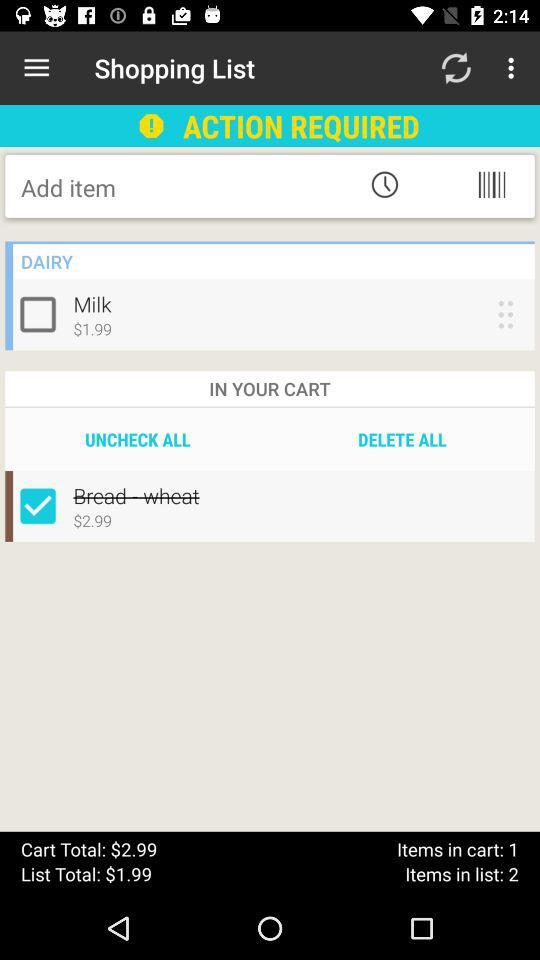 The image size is (540, 960). Describe the element at coordinates (42, 314) in the screenshot. I see `check option` at that location.